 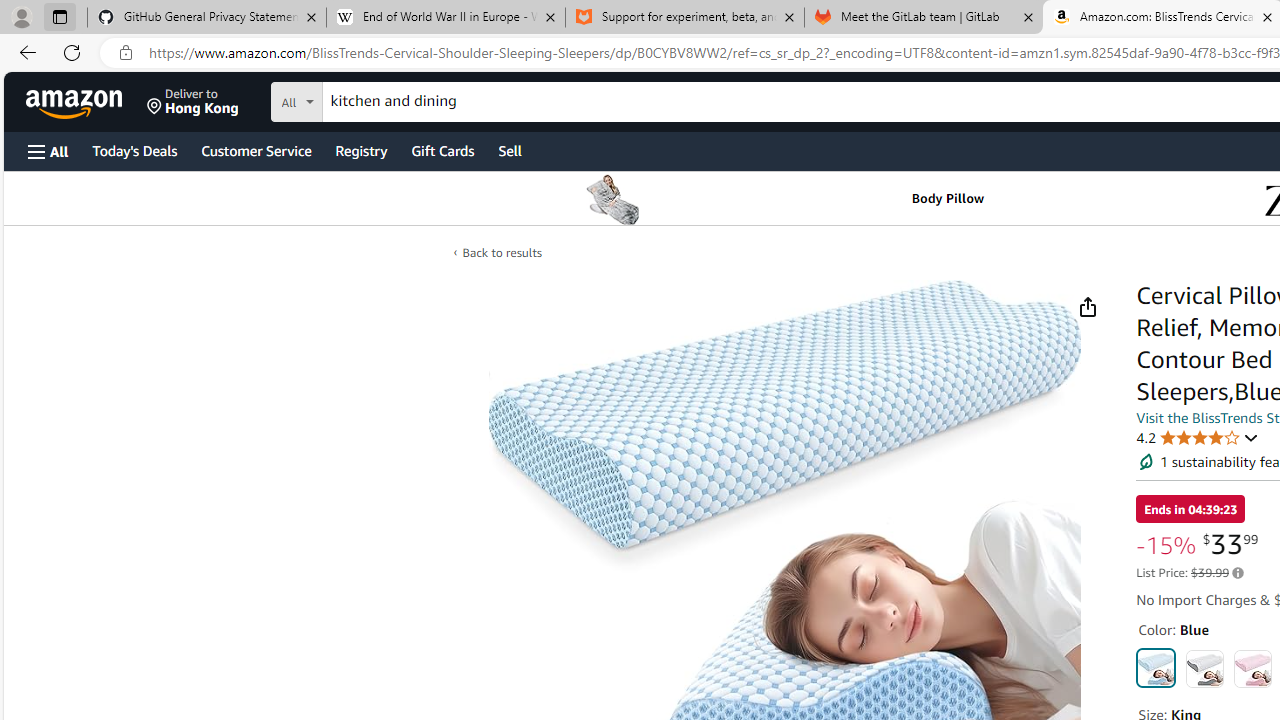 I want to click on 'End of World War II in Europe - Wikipedia', so click(x=444, y=17).